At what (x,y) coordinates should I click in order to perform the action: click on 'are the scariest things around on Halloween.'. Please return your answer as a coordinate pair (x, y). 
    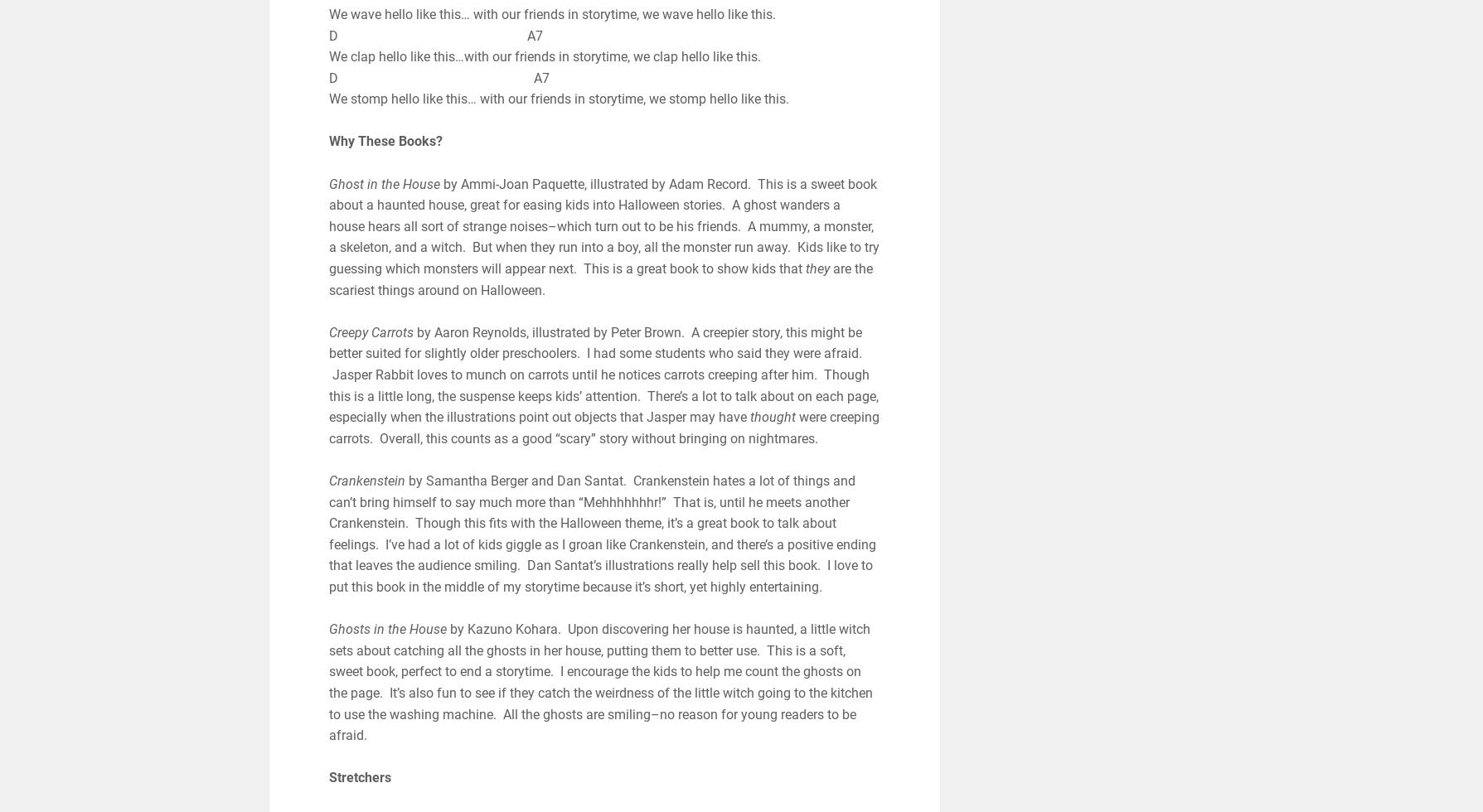
    Looking at the image, I should click on (600, 279).